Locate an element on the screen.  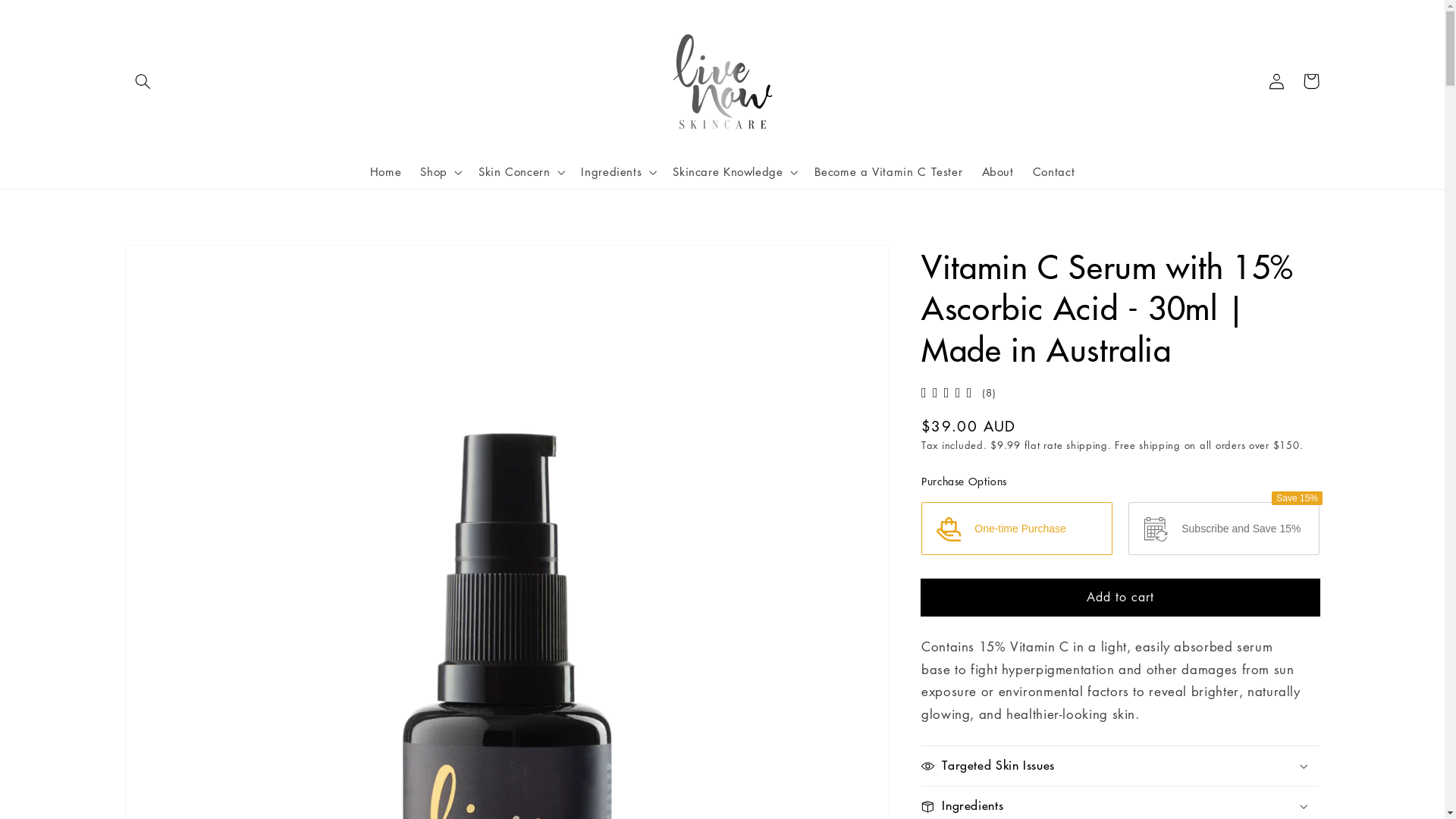
'About' is located at coordinates (971, 171).